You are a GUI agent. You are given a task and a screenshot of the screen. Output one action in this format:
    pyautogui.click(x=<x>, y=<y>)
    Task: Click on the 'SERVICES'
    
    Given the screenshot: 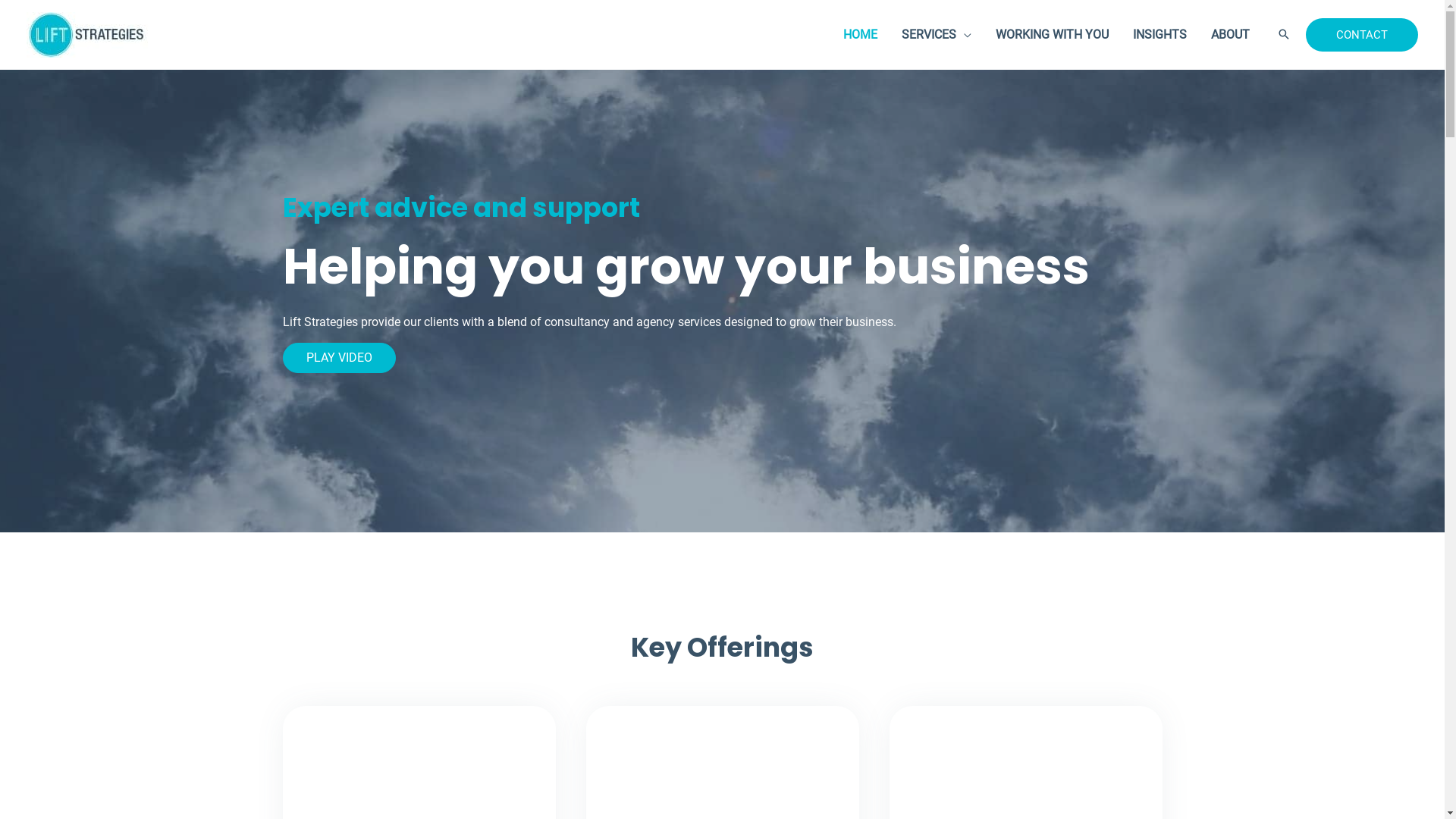 What is the action you would take?
    pyautogui.click(x=889, y=34)
    